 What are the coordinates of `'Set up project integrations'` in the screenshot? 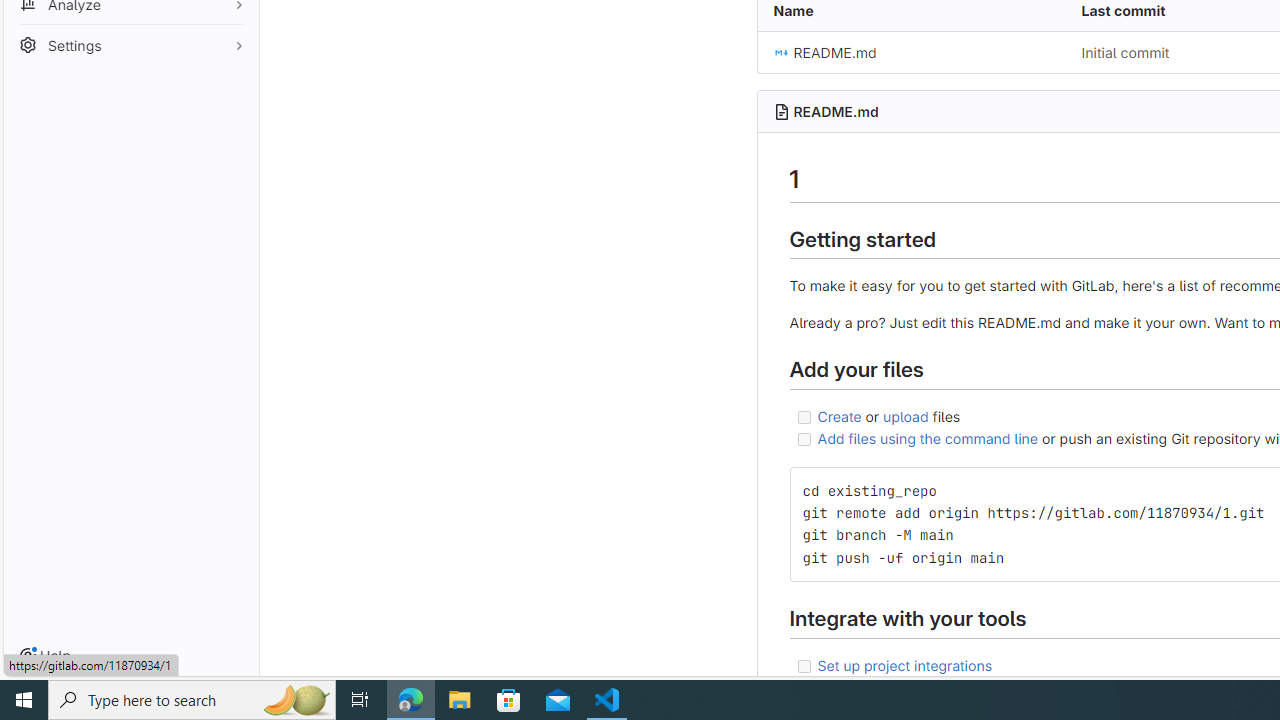 It's located at (903, 664).